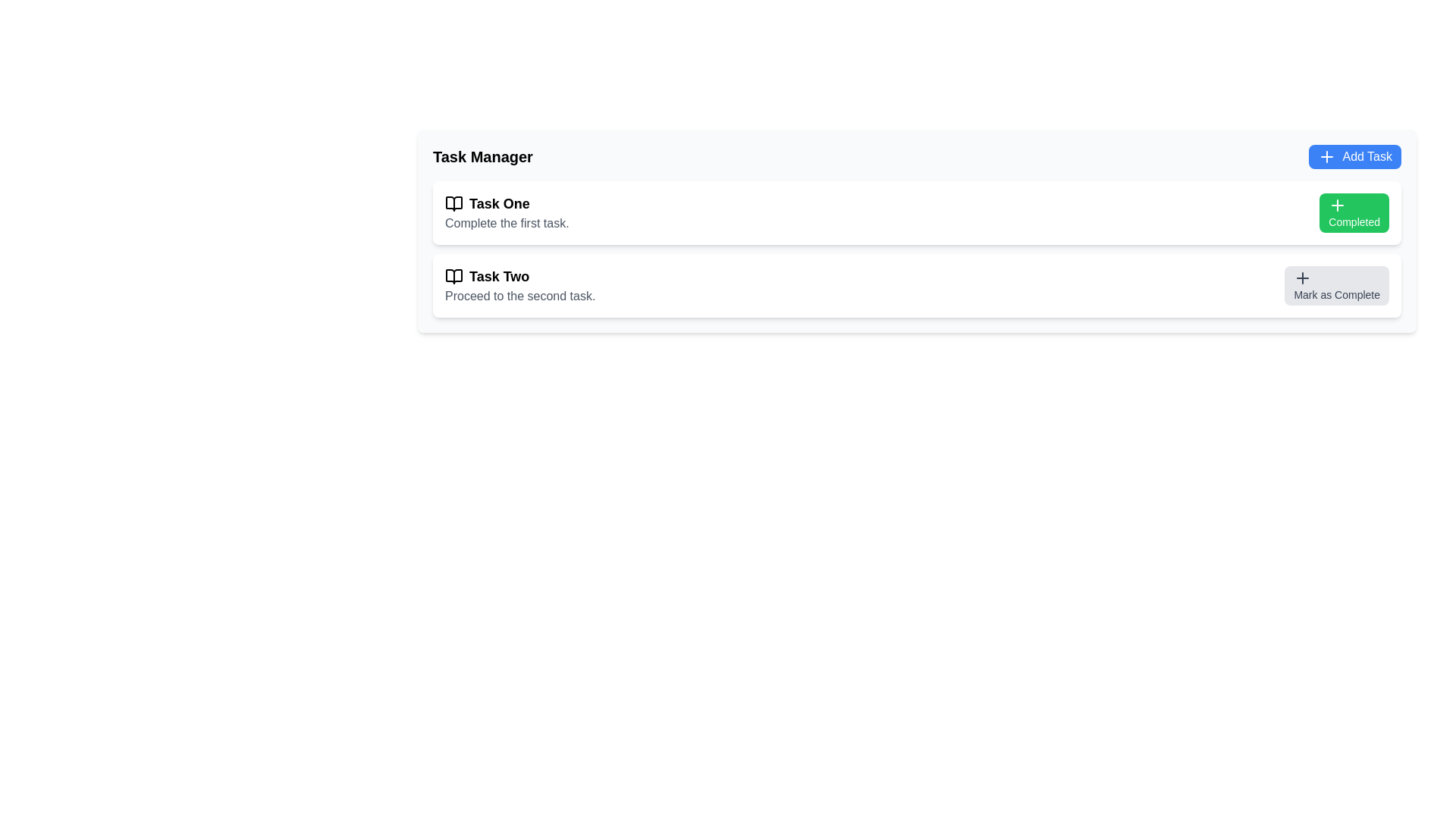 The height and width of the screenshot is (819, 1456). I want to click on the task description box labeled 'Task One', which is the first item in a vertical list of tasks located in the upper section of the interface, so click(507, 213).